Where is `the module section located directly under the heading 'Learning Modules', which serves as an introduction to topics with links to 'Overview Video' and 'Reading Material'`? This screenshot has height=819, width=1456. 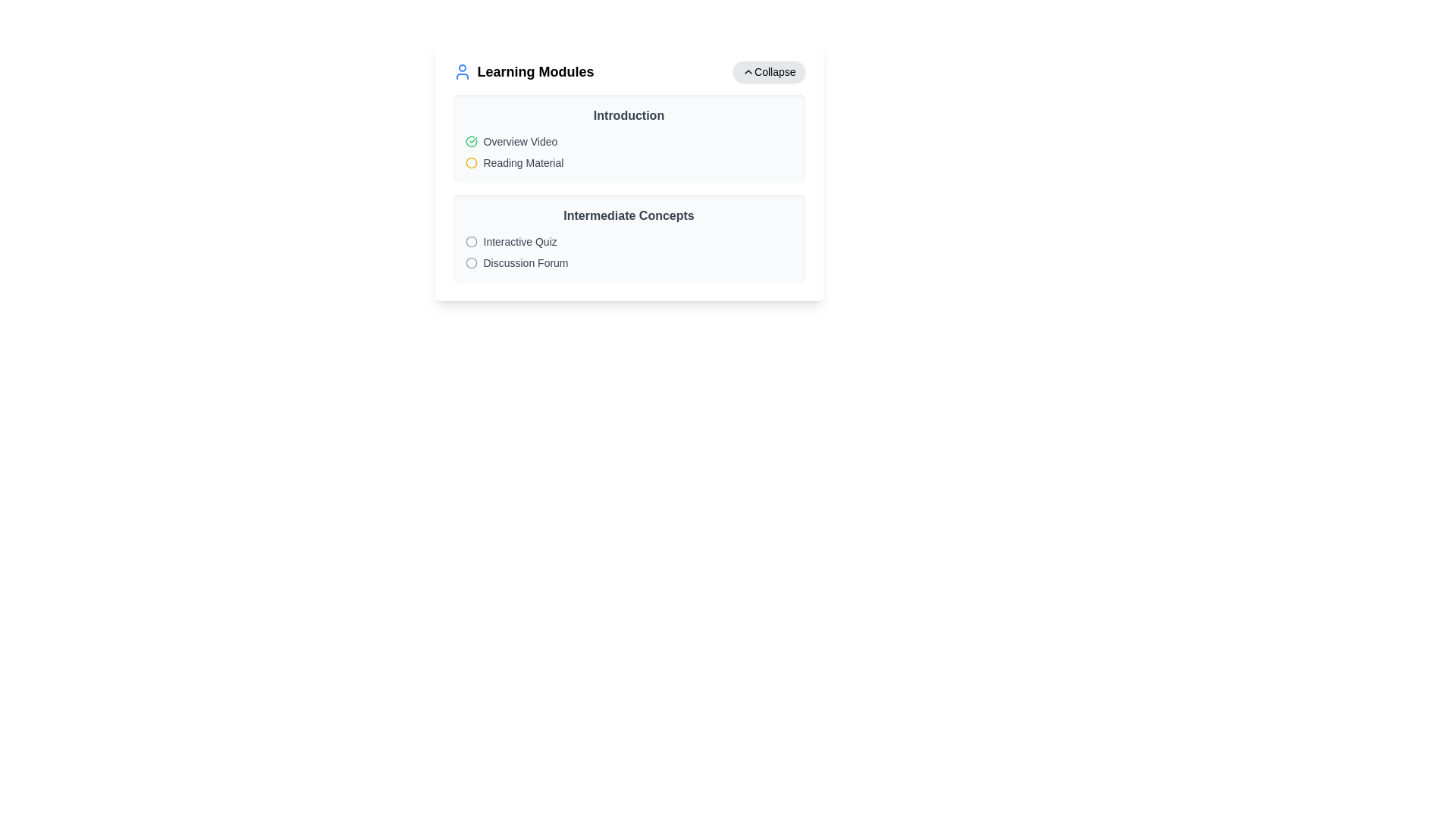 the module section located directly under the heading 'Learning Modules', which serves as an introduction to topics with links to 'Overview Video' and 'Reading Material' is located at coordinates (629, 138).